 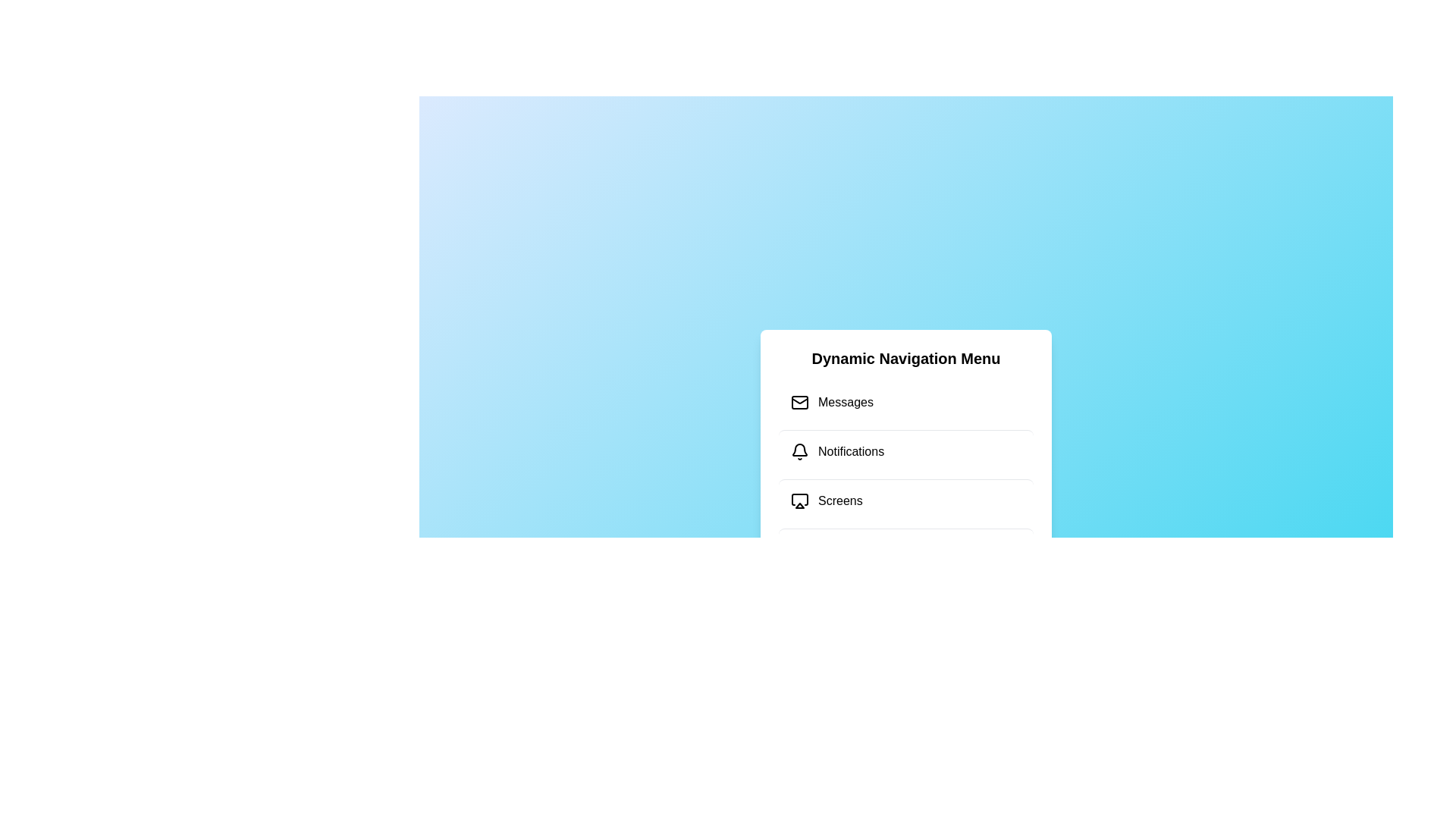 I want to click on the menu item Notifications by clicking on it, so click(x=906, y=450).